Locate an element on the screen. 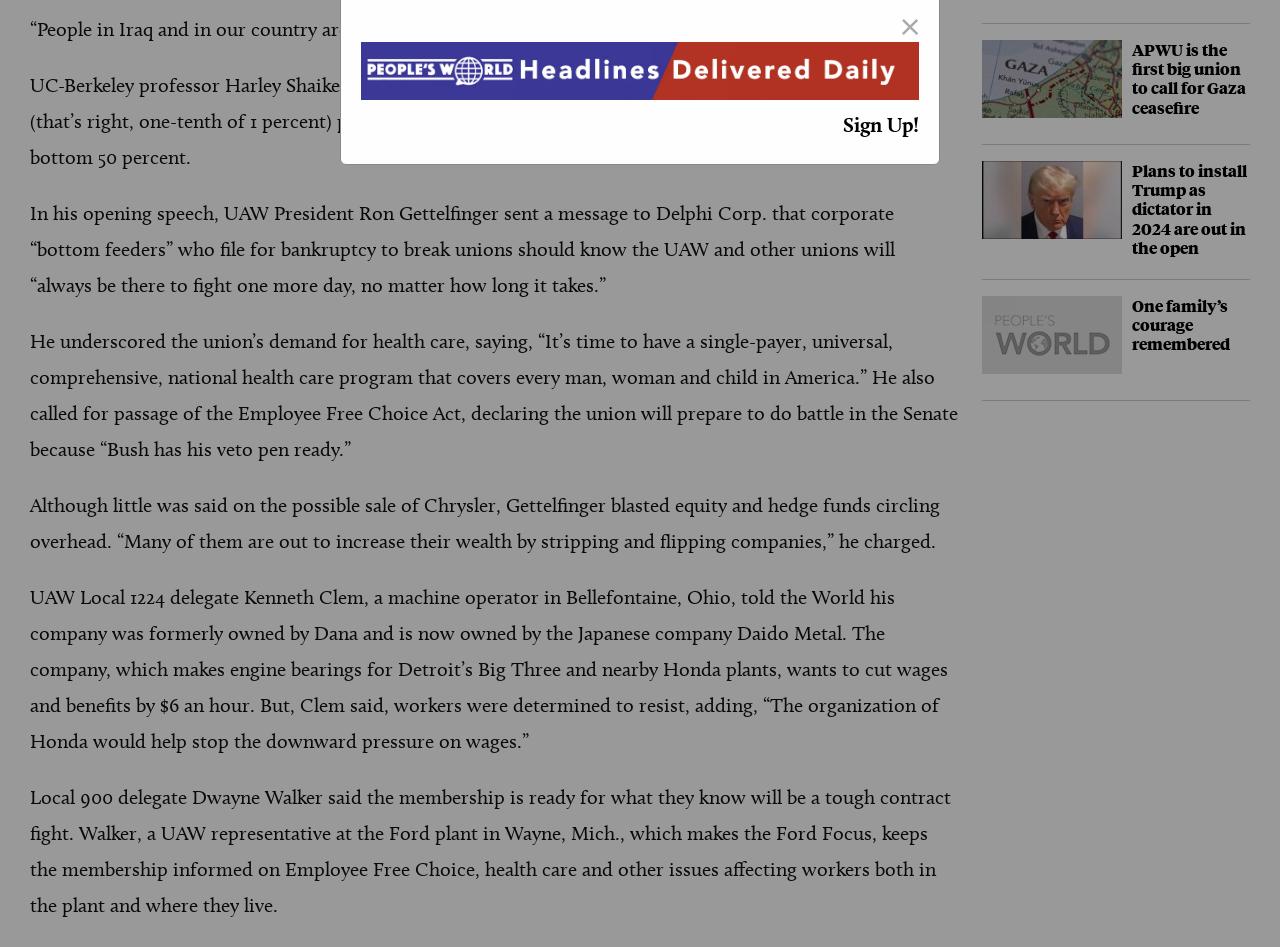 Image resolution: width=1280 pixels, height=947 pixels. 'Local 900 delegate Dwayne Walker said the membership is ready for what they know will be a tough contract fight. Walker, a UAW representative at the Ford plant in Wayne, Mich., which makes the Ford Focus, keeps the membership informed on Employee Free Choice, health care and other issues affecting workers both in the plant and where they live.' is located at coordinates (490, 850).